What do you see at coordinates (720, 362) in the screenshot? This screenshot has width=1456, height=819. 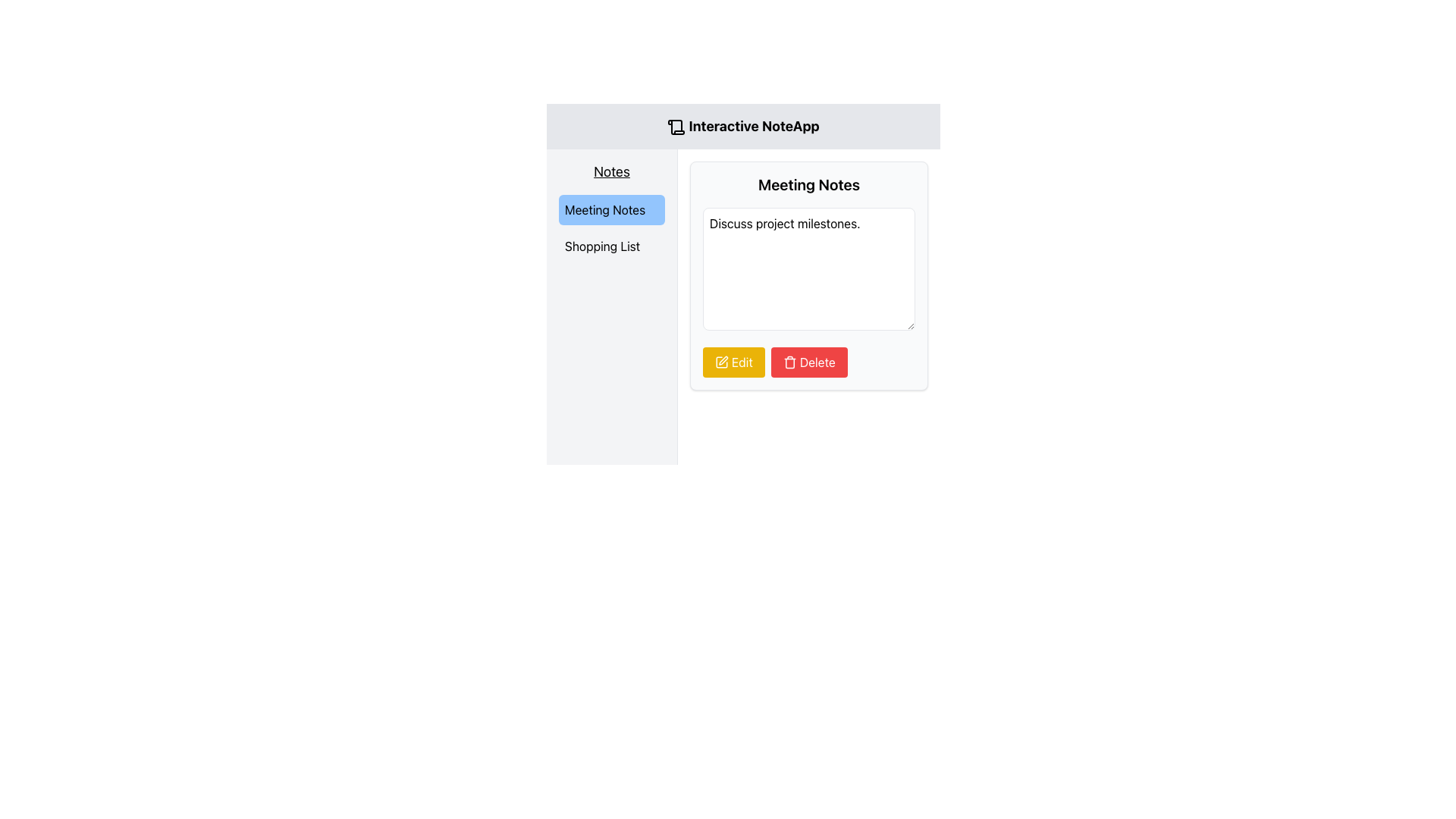 I see `the 'Edit' button icon, which resembles a pen within a square, located beneath the 'Meeting Notes' textbox` at bounding box center [720, 362].